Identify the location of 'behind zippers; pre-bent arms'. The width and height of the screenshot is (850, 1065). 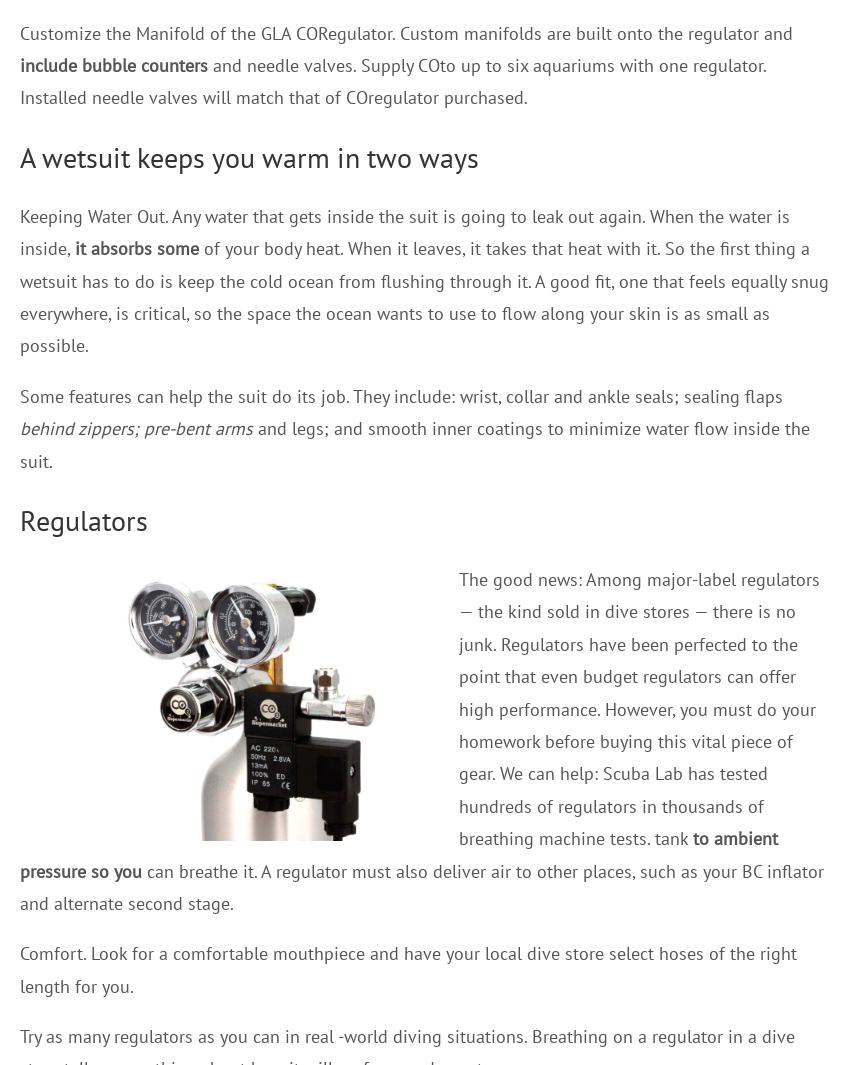
(136, 427).